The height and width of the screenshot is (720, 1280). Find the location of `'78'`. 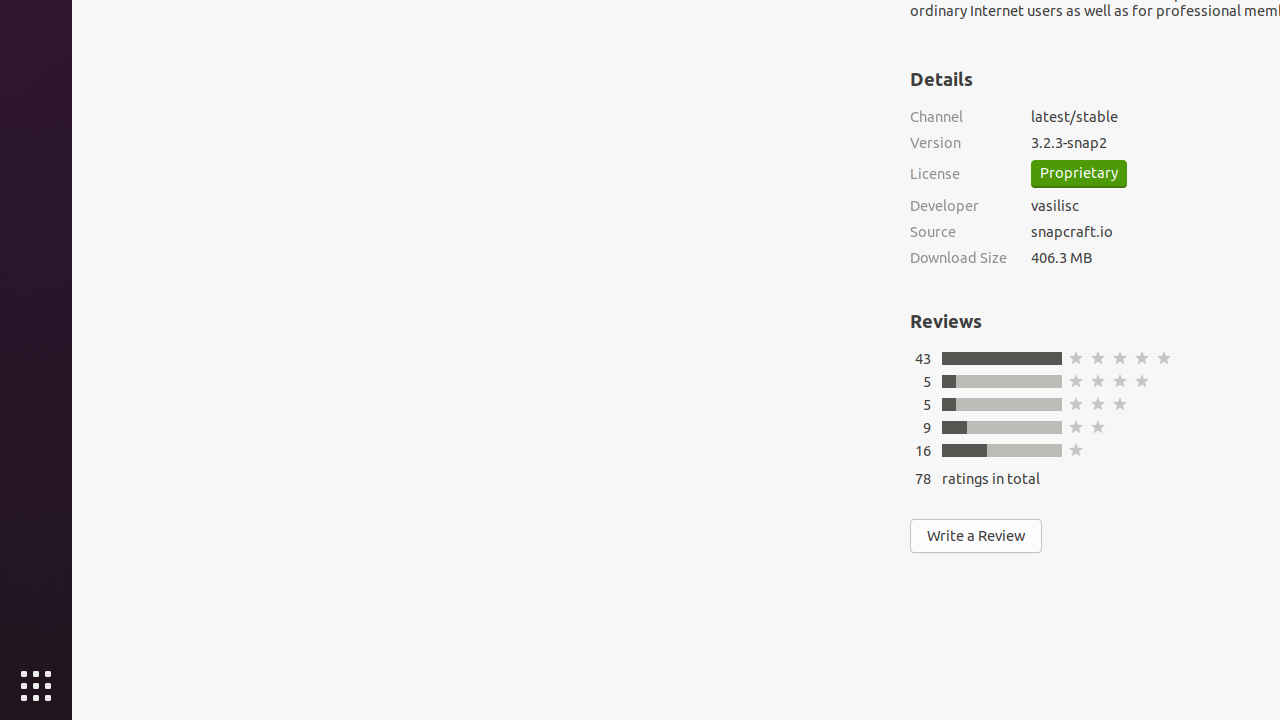

'78' is located at coordinates (922, 478).